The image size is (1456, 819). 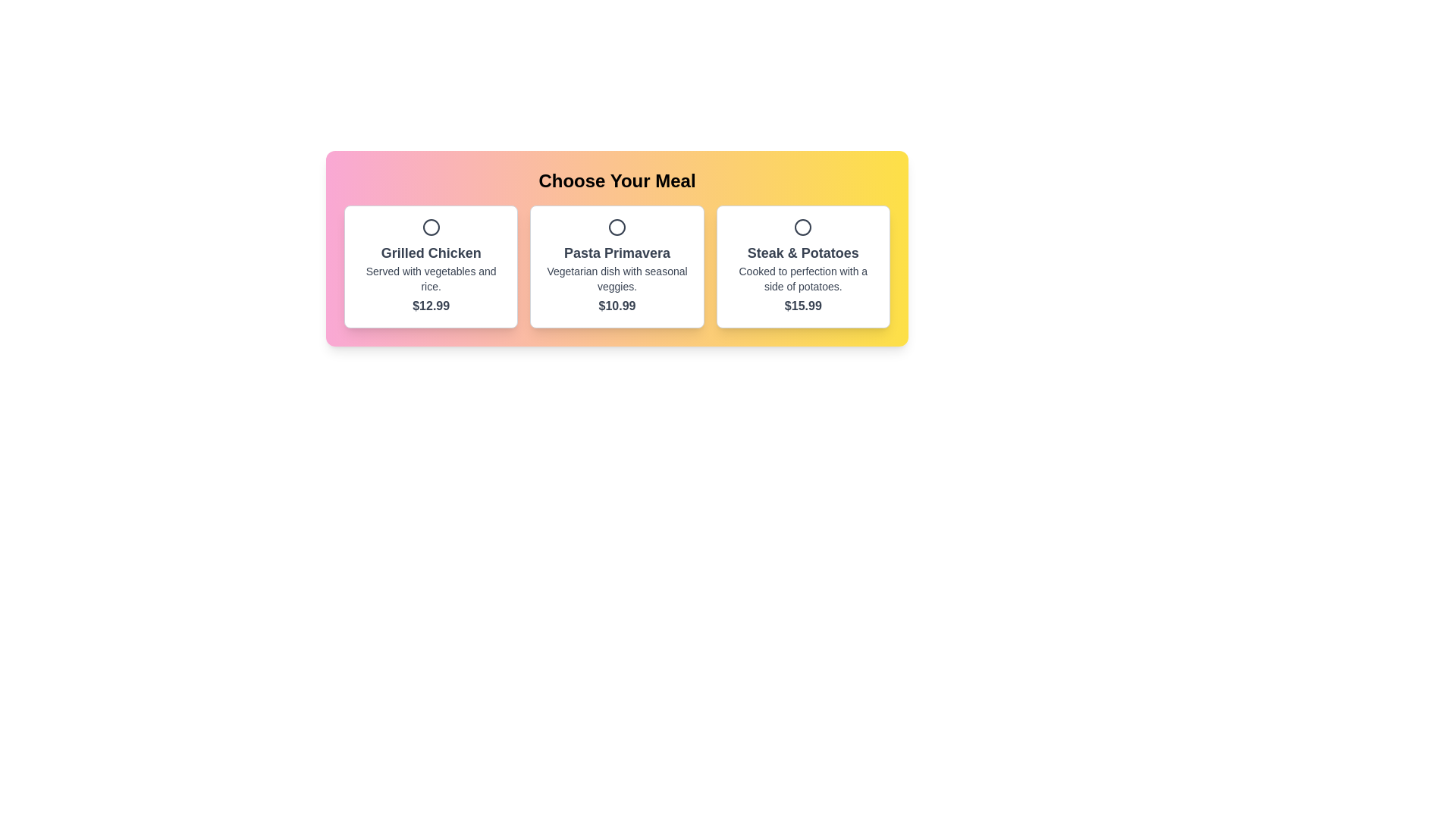 What do you see at coordinates (430, 227) in the screenshot?
I see `the circular icon located at the top-center of the 'Grilled Chicken' card in the meal selection grid, which serves as an interactive selector or decorative element` at bounding box center [430, 227].